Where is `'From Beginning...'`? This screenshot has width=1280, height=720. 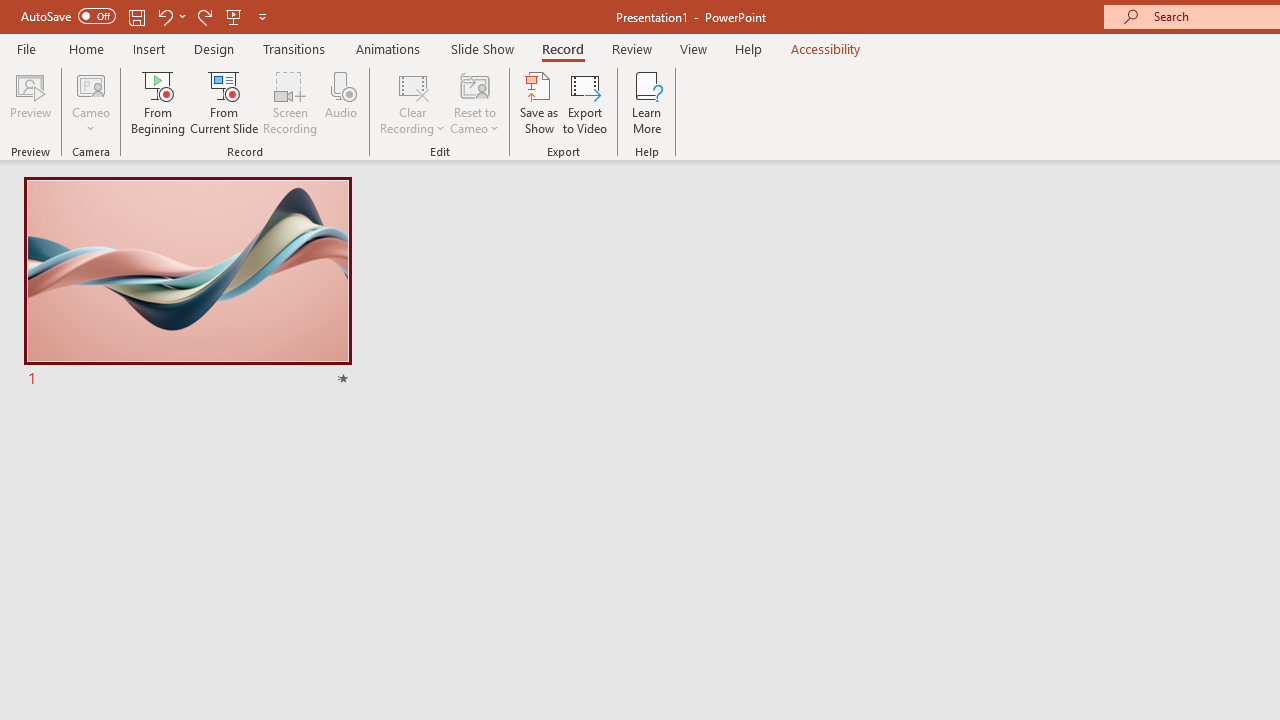 'From Beginning...' is located at coordinates (157, 103).